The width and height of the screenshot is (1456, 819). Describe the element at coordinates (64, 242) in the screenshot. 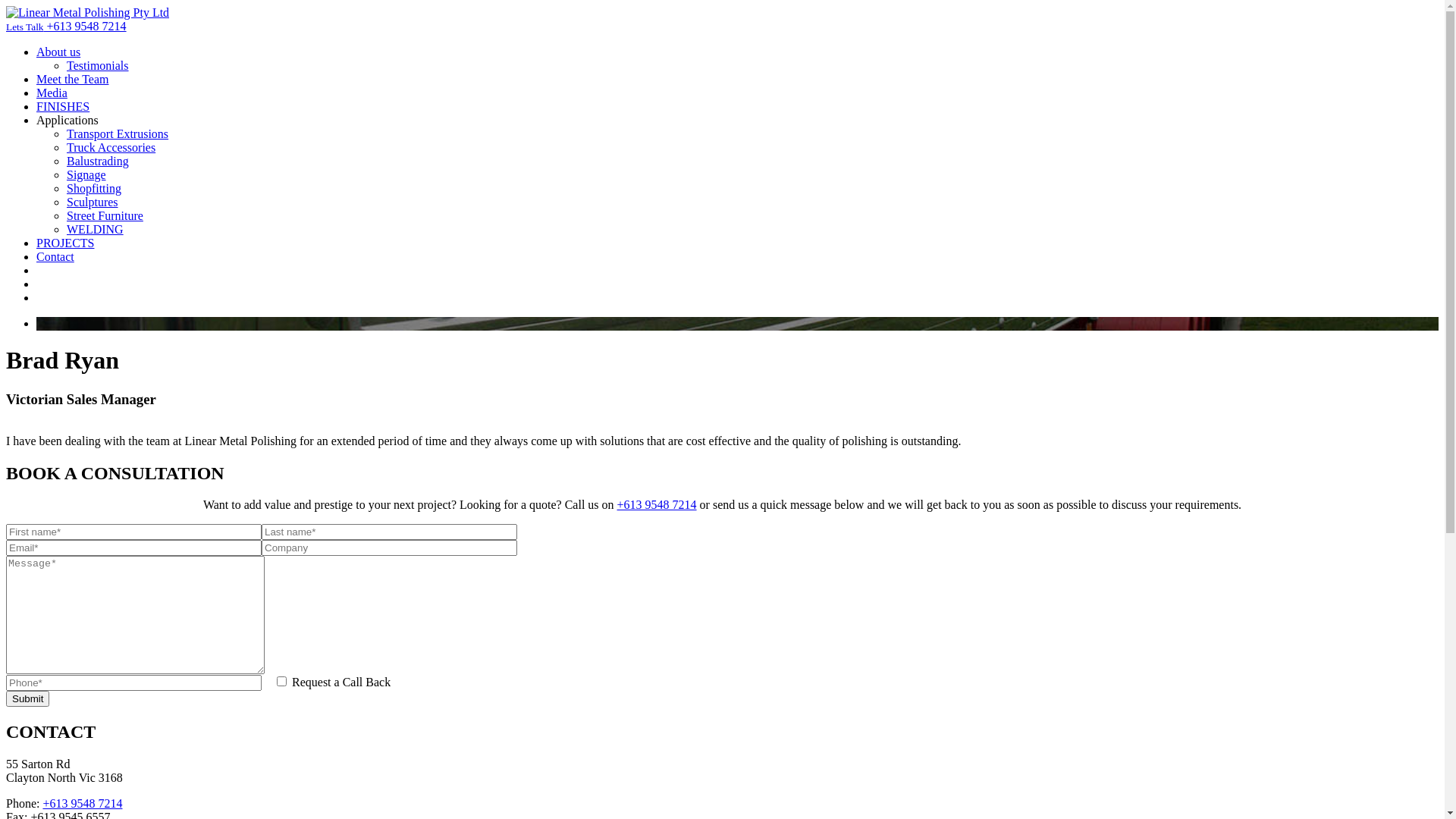

I see `'PROJECTS'` at that location.